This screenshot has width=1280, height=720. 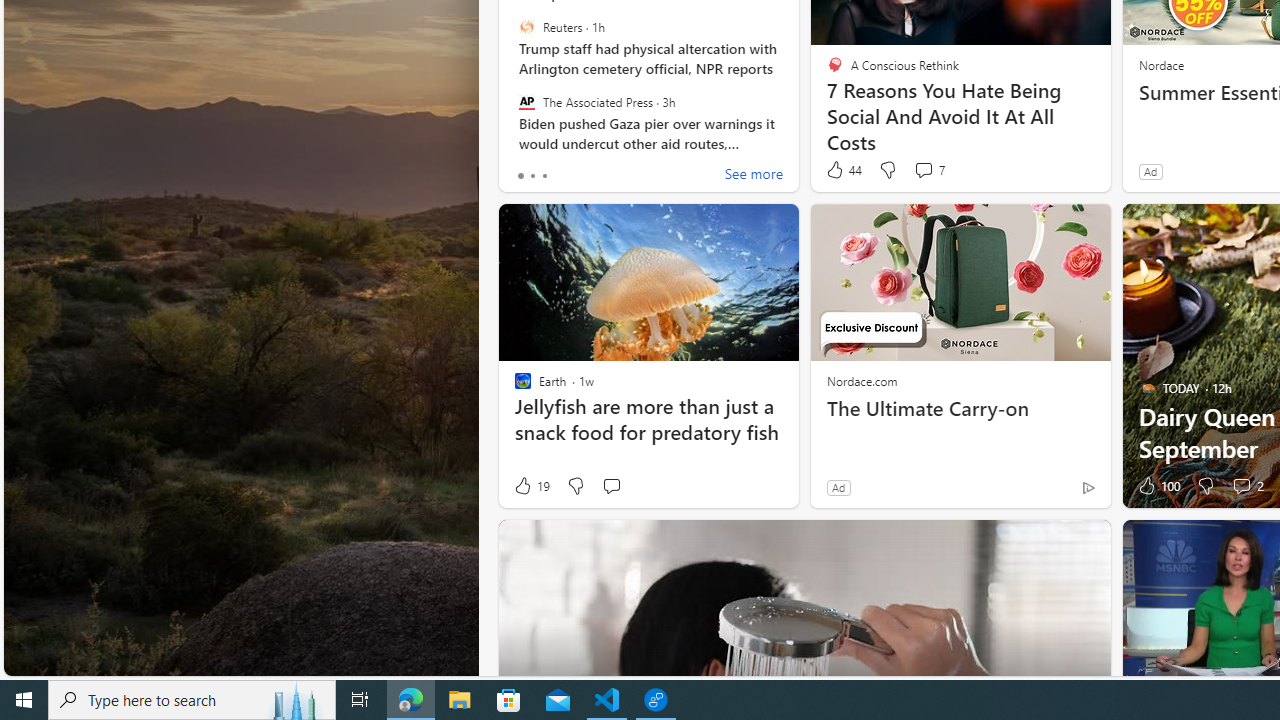 What do you see at coordinates (752, 175) in the screenshot?
I see `'See more'` at bounding box center [752, 175].